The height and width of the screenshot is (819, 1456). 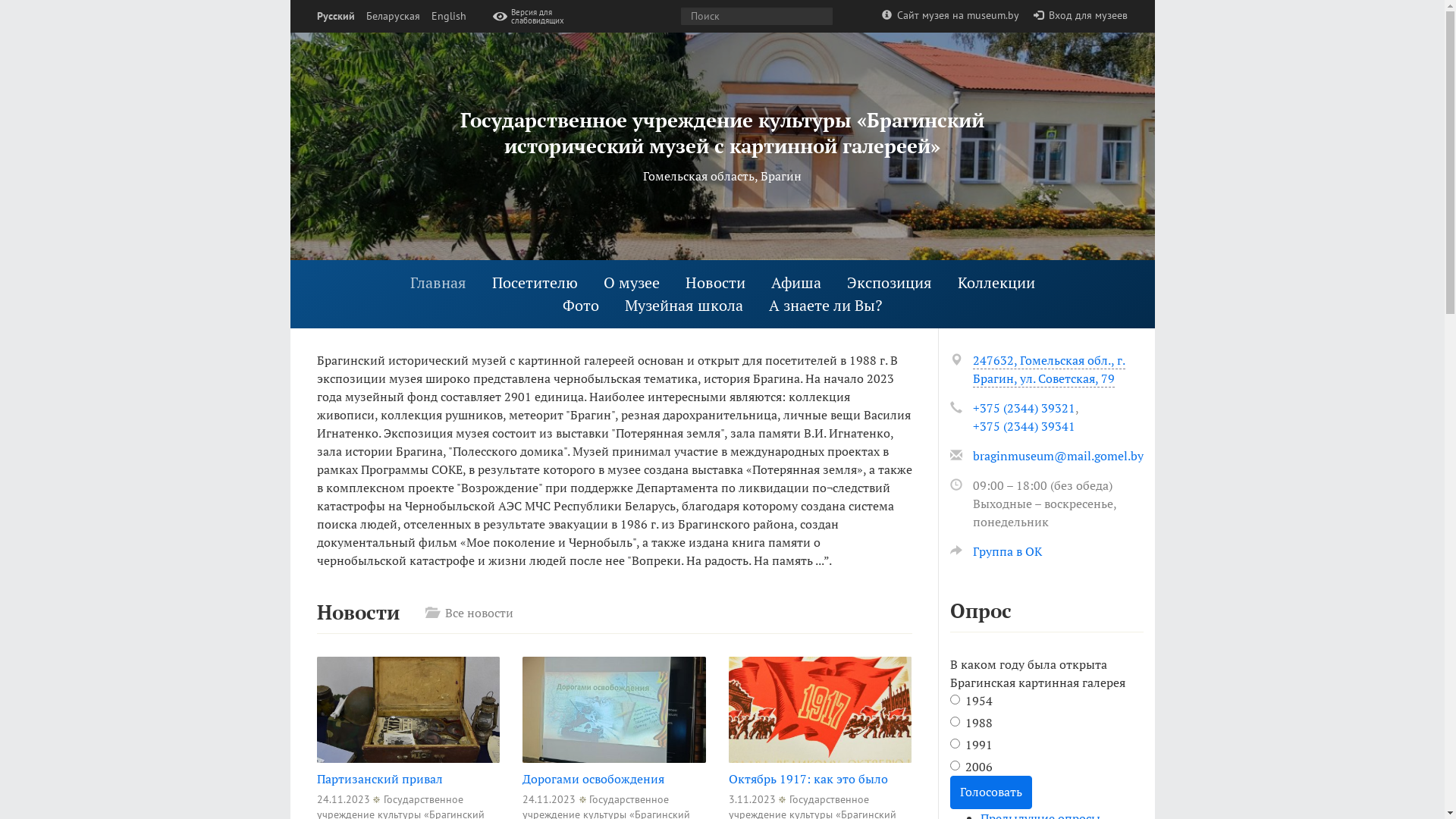 What do you see at coordinates (1023, 406) in the screenshot?
I see `'+375 (2344) 39321'` at bounding box center [1023, 406].